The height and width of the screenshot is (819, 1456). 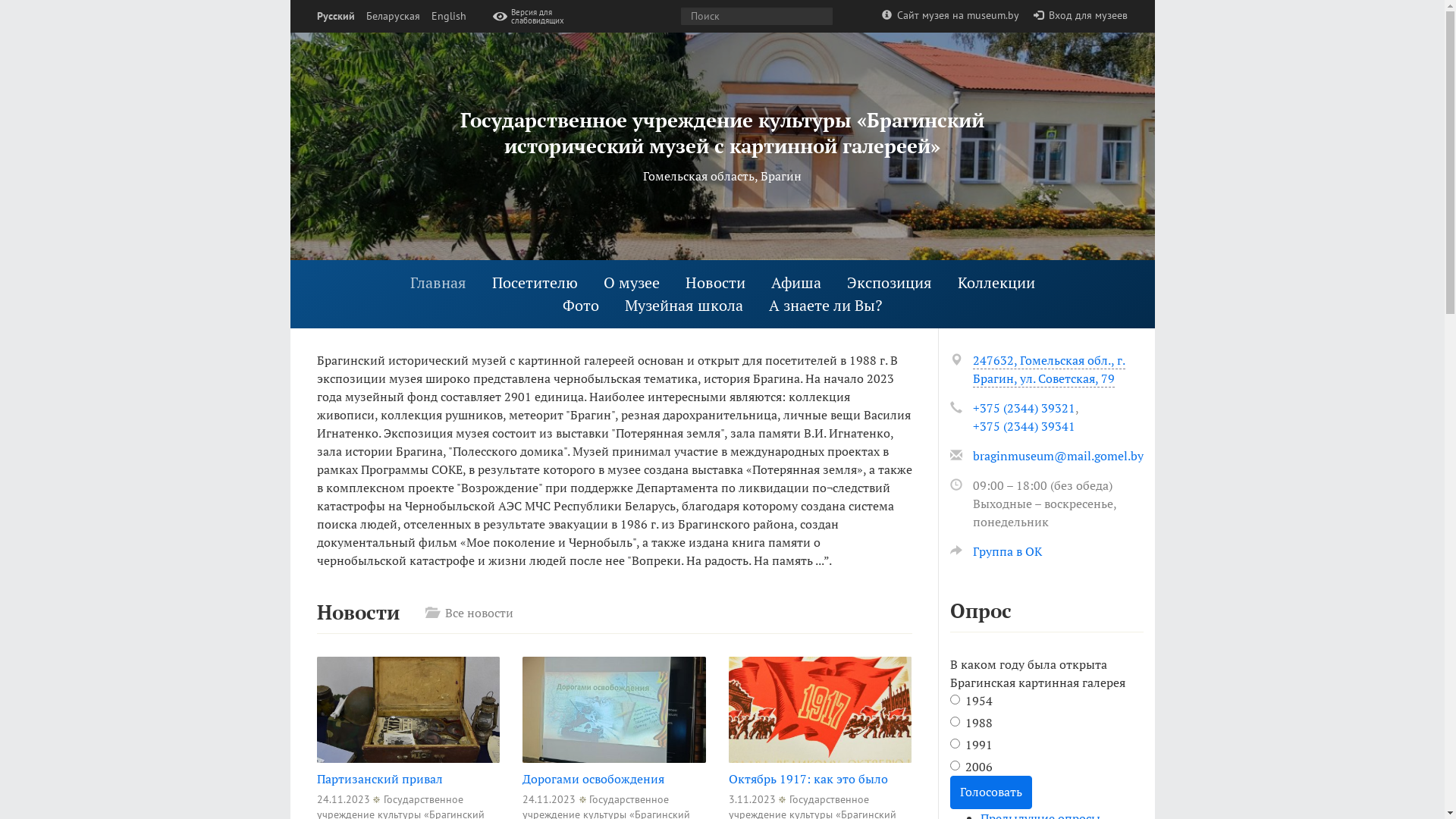 What do you see at coordinates (1023, 406) in the screenshot?
I see `'+375 (2344) 39321'` at bounding box center [1023, 406].